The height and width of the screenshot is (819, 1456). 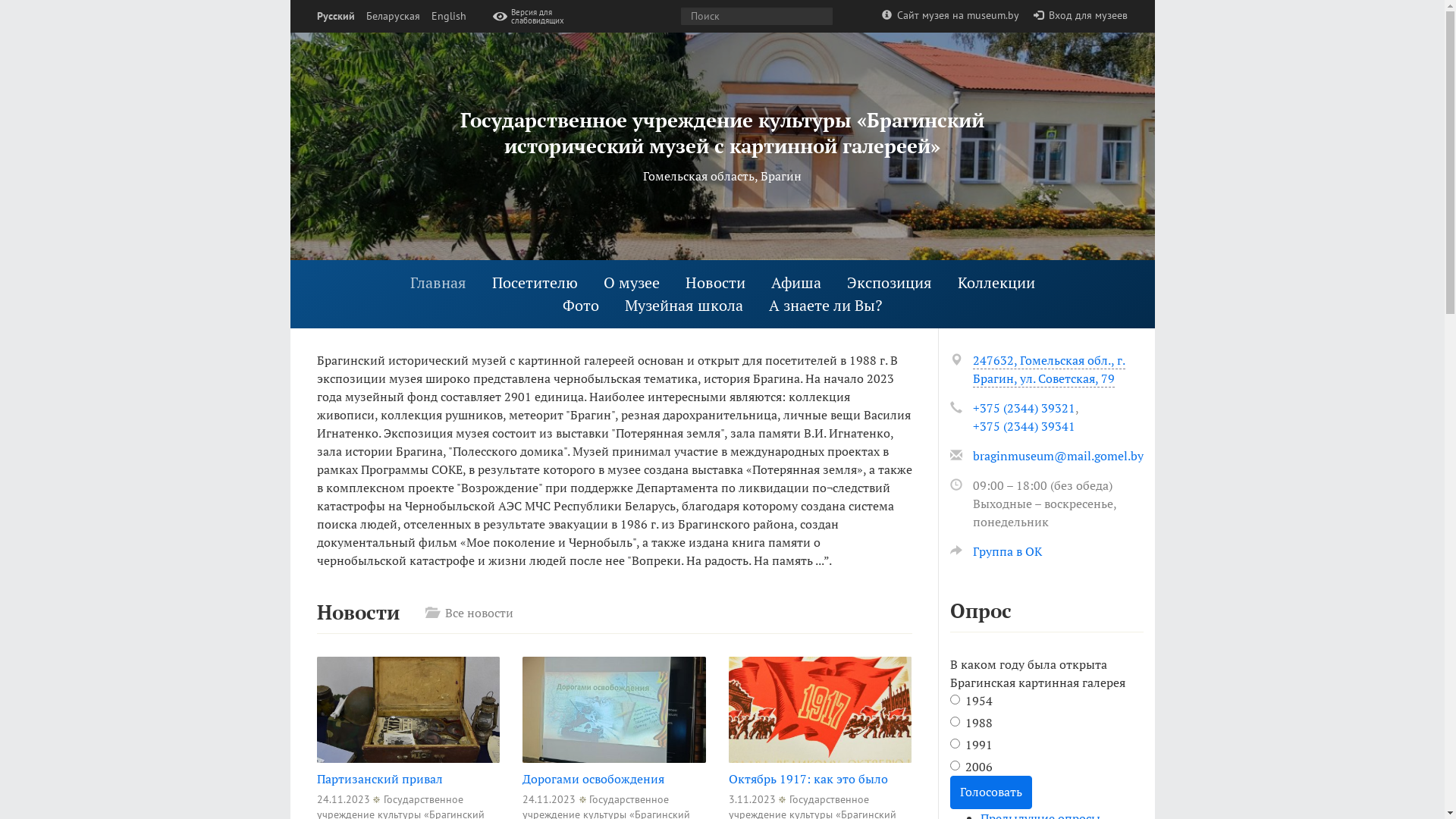 What do you see at coordinates (1023, 406) in the screenshot?
I see `'+375 (2344) 39321'` at bounding box center [1023, 406].